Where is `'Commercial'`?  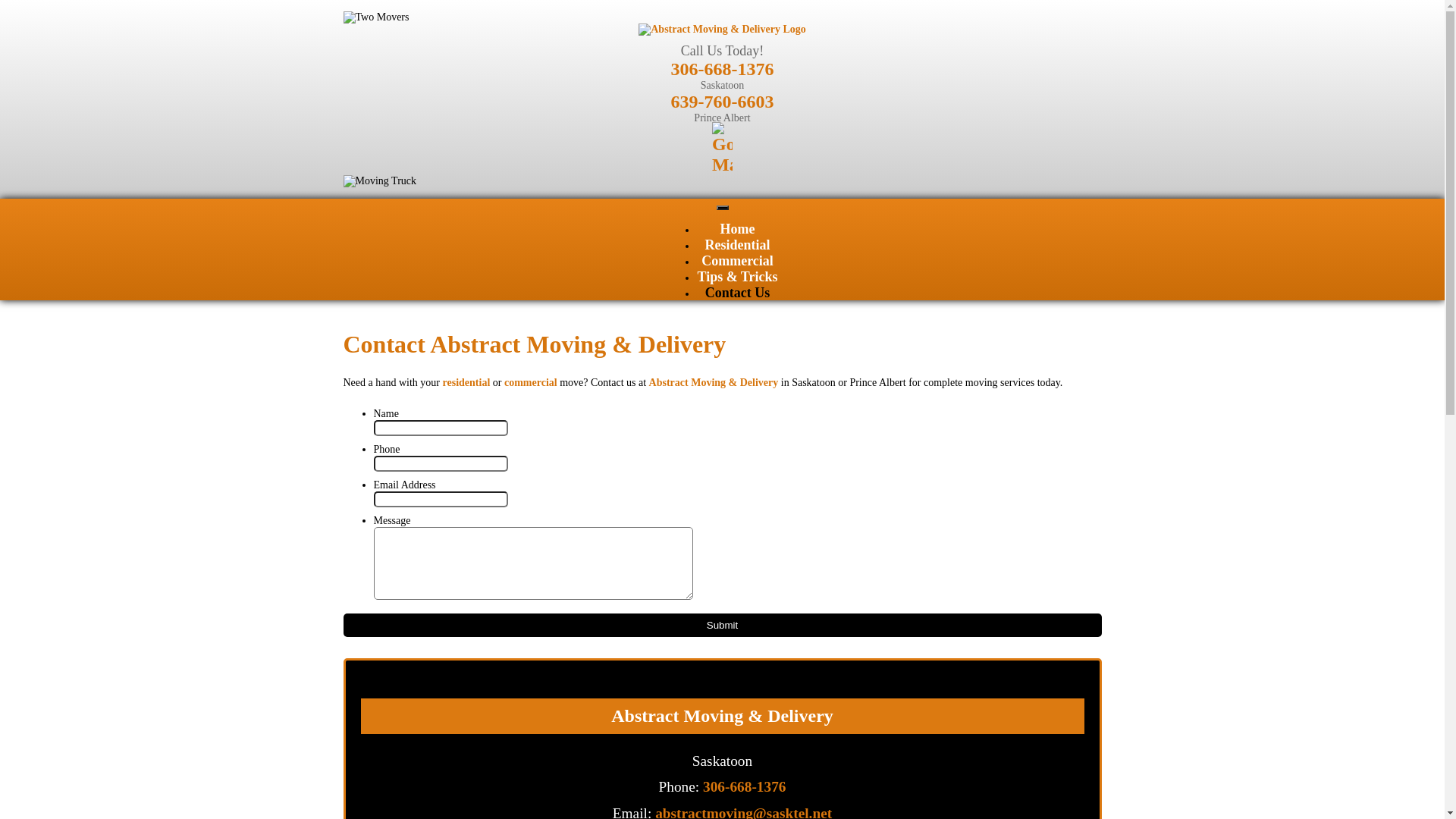 'Commercial' is located at coordinates (701, 259).